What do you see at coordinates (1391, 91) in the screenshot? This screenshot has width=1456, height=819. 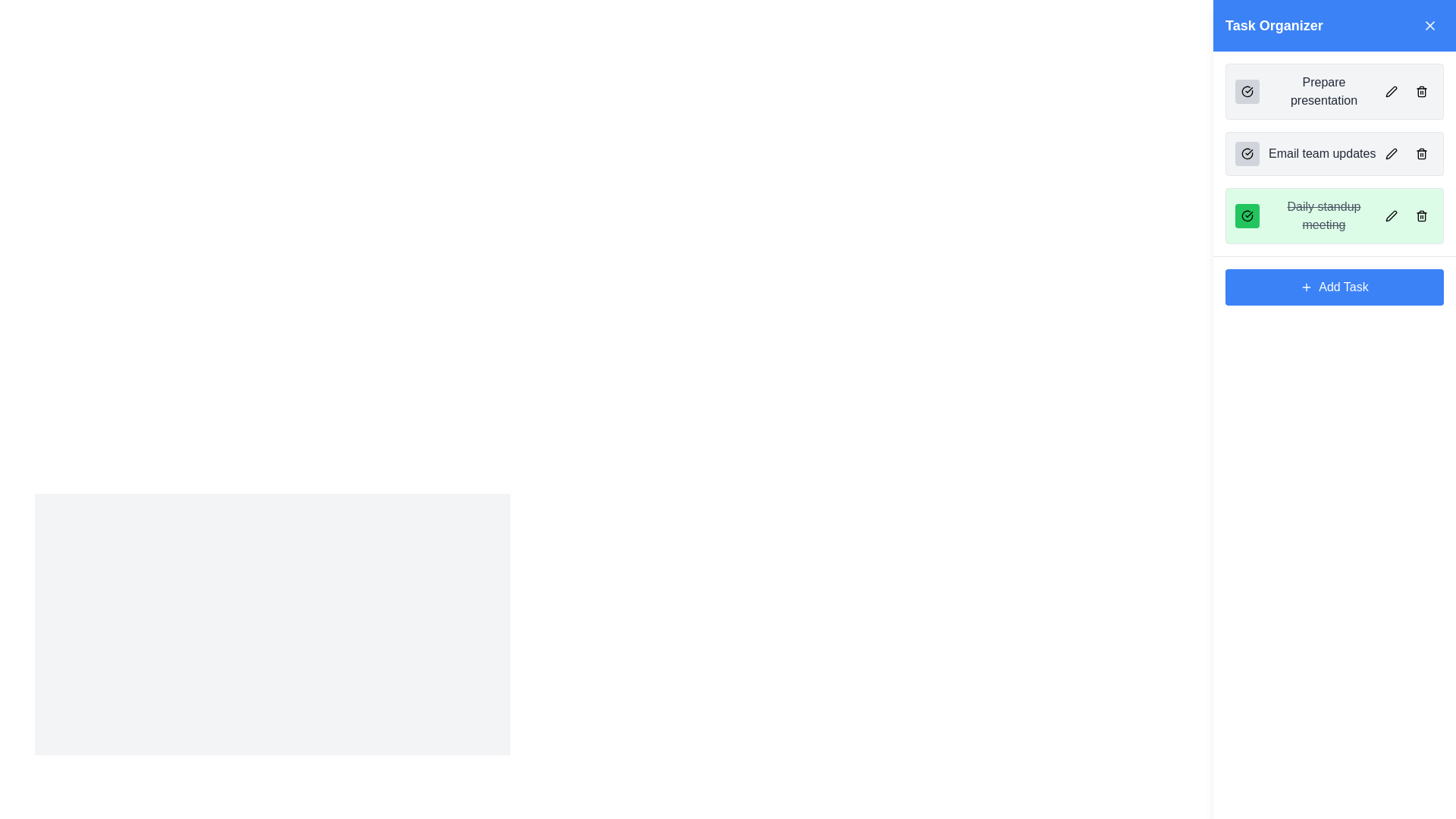 I see `the edit button icon located next to the 'Prepare presentation' task in the Task Organizer section` at bounding box center [1391, 91].